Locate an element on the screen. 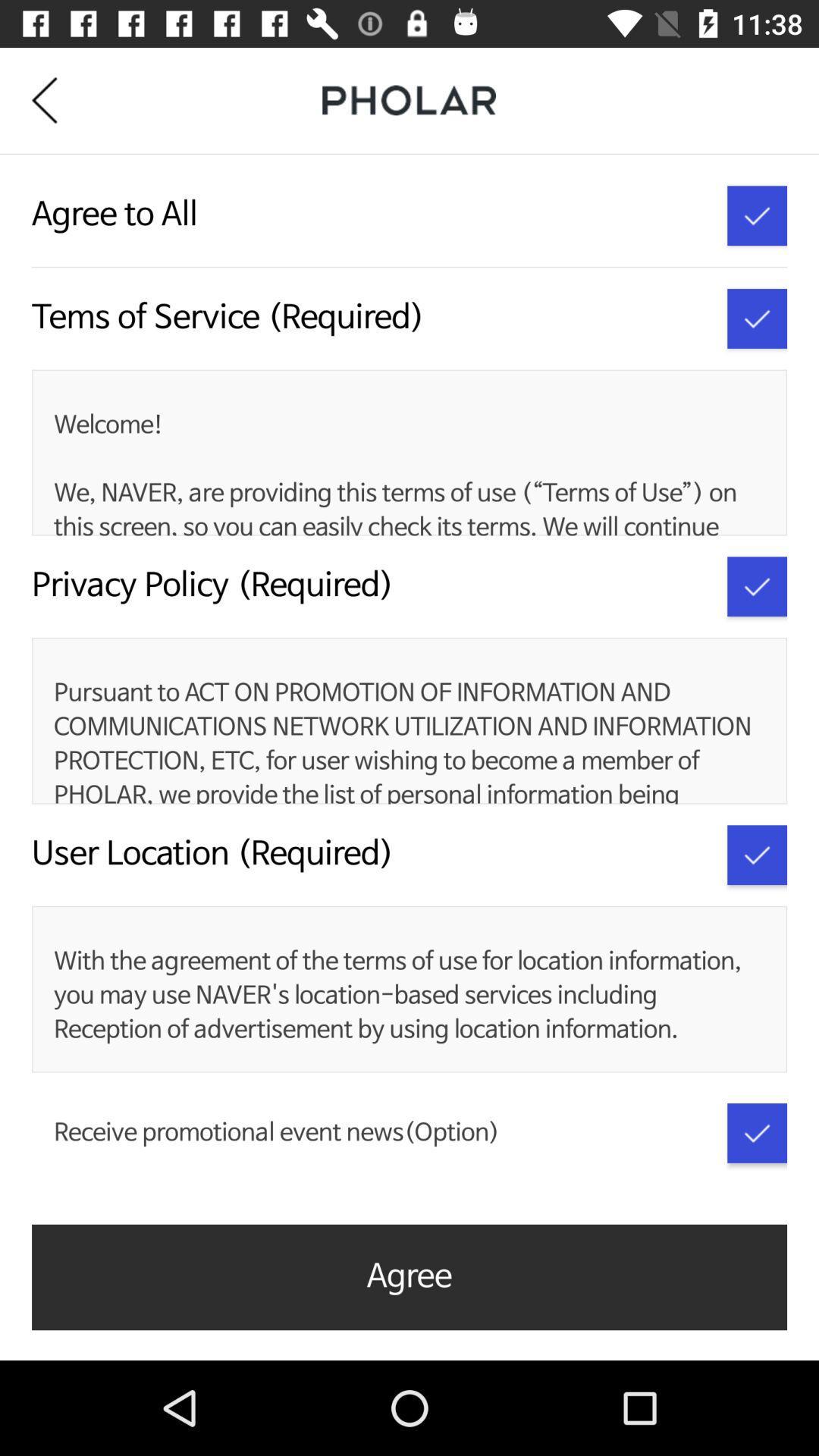 The image size is (819, 1456). accepted terms of service is located at coordinates (757, 318).